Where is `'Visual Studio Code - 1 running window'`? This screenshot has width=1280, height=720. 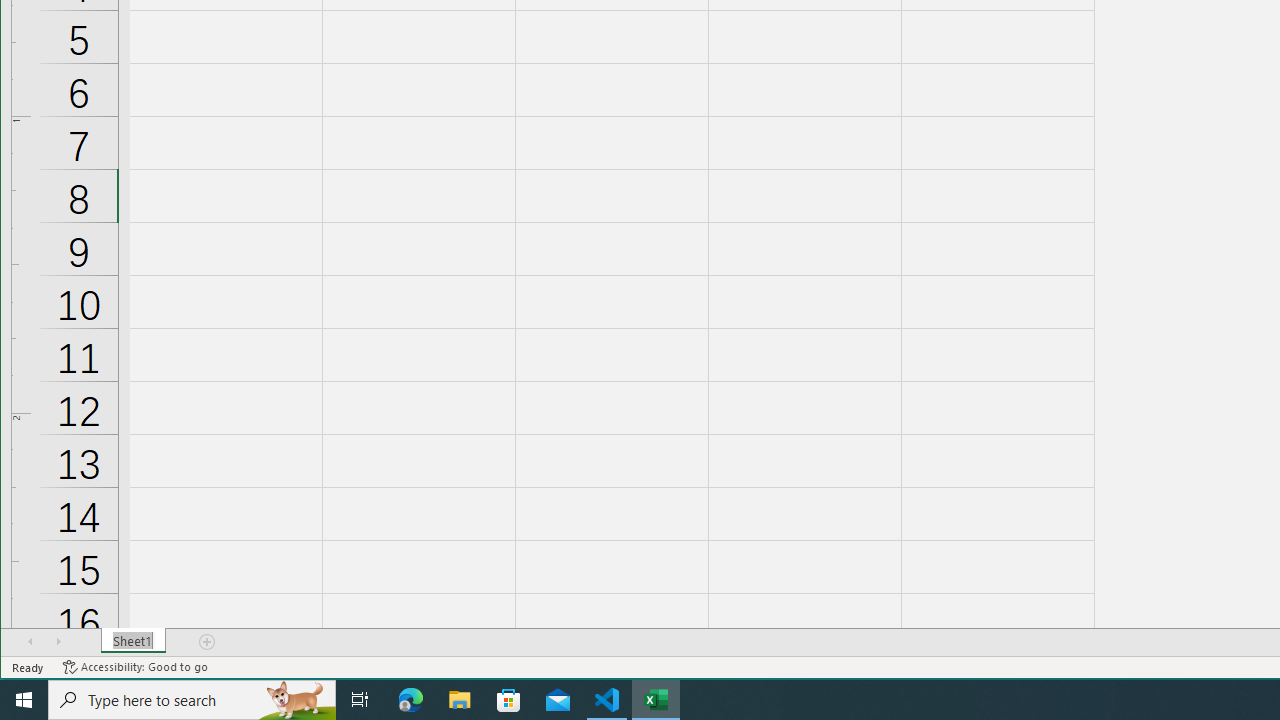
'Visual Studio Code - 1 running window' is located at coordinates (606, 698).